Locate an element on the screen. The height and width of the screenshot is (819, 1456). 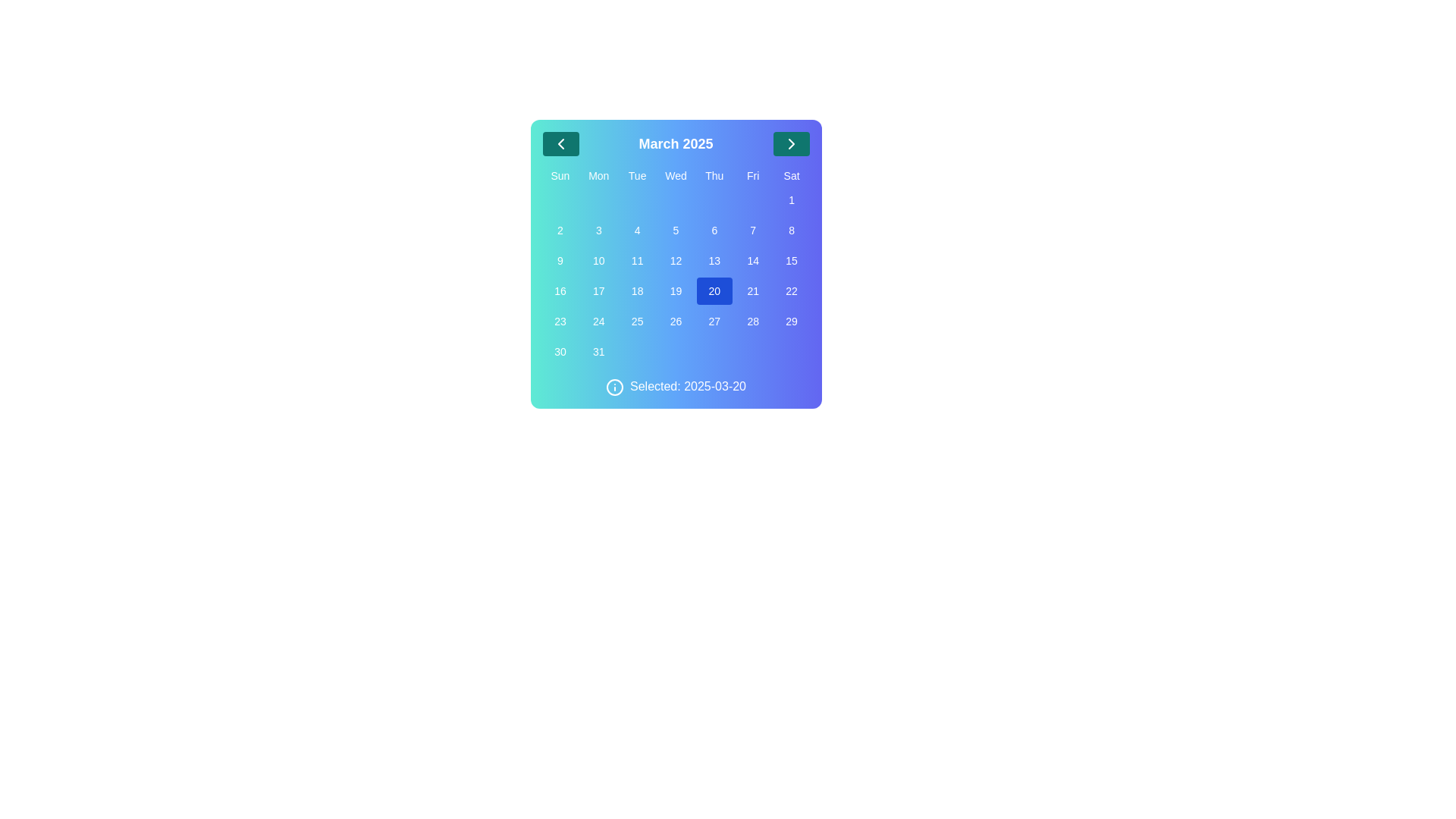
the circular button labeled '6' is located at coordinates (714, 231).